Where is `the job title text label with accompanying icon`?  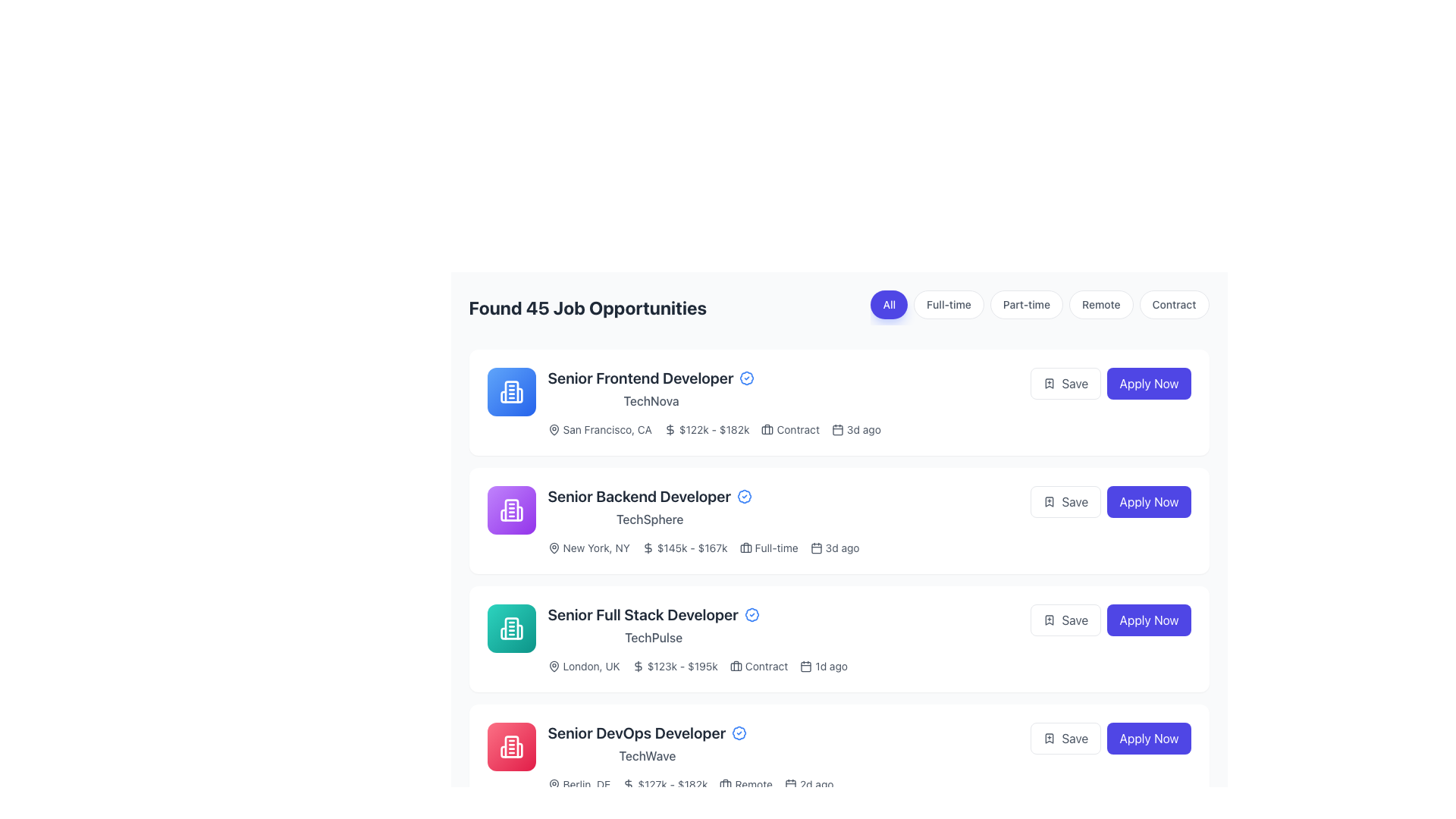
the job title text label with accompanying icon is located at coordinates (647, 733).